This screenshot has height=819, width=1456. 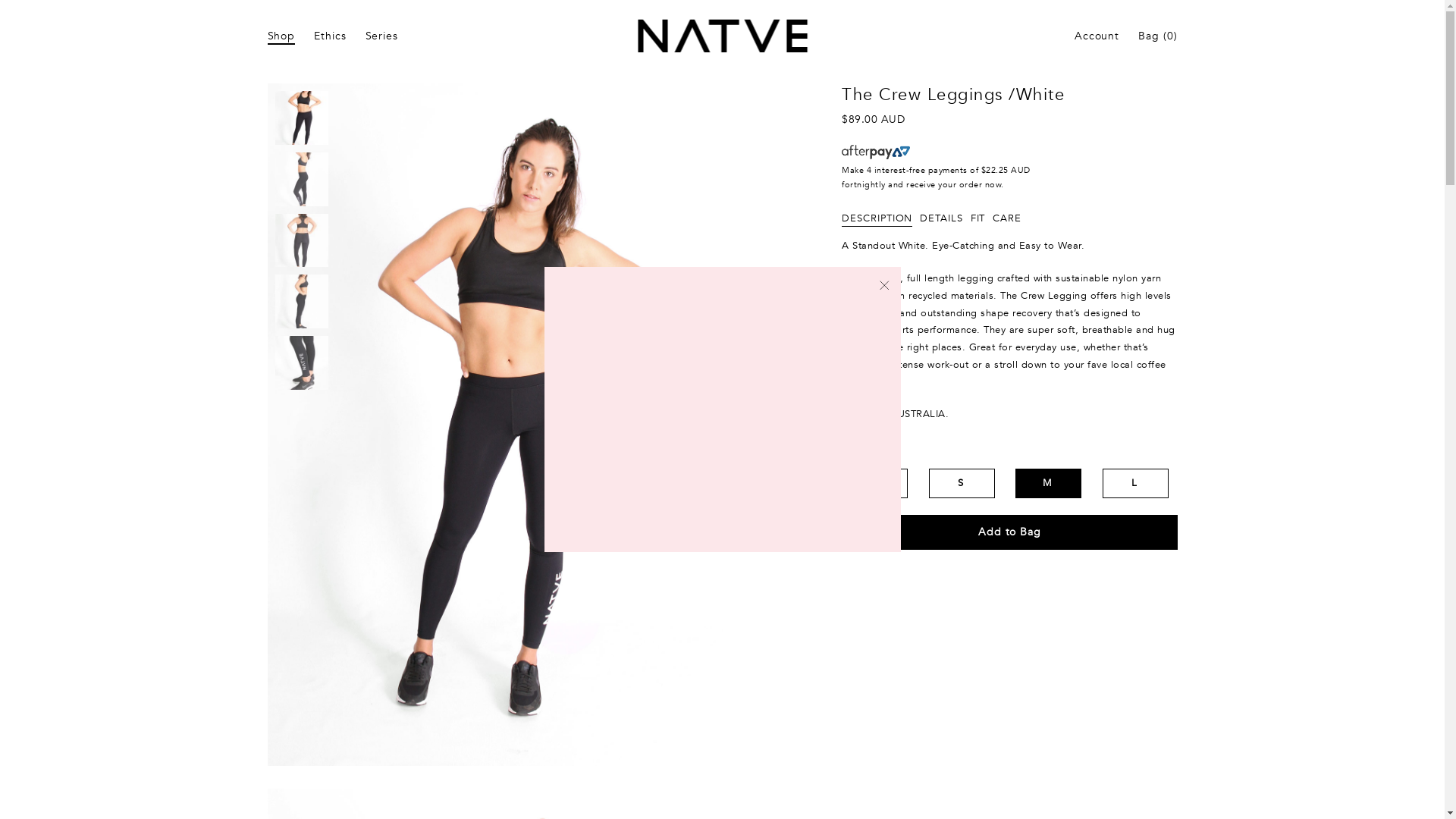 What do you see at coordinates (381, 36) in the screenshot?
I see `'Series'` at bounding box center [381, 36].